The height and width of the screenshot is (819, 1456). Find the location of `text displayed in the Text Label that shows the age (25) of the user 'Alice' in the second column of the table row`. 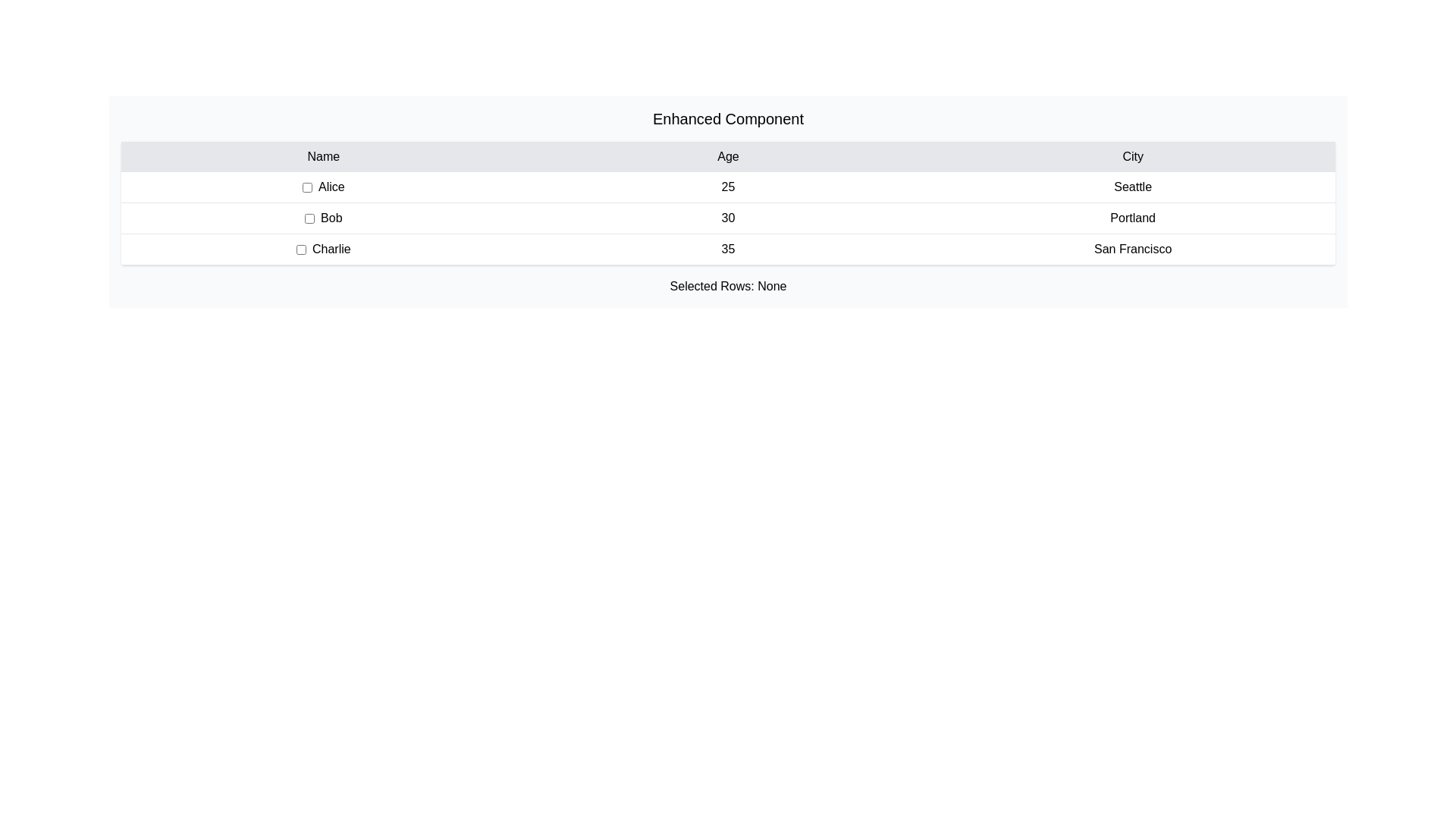

text displayed in the Text Label that shows the age (25) of the user 'Alice' in the second column of the table row is located at coordinates (728, 186).